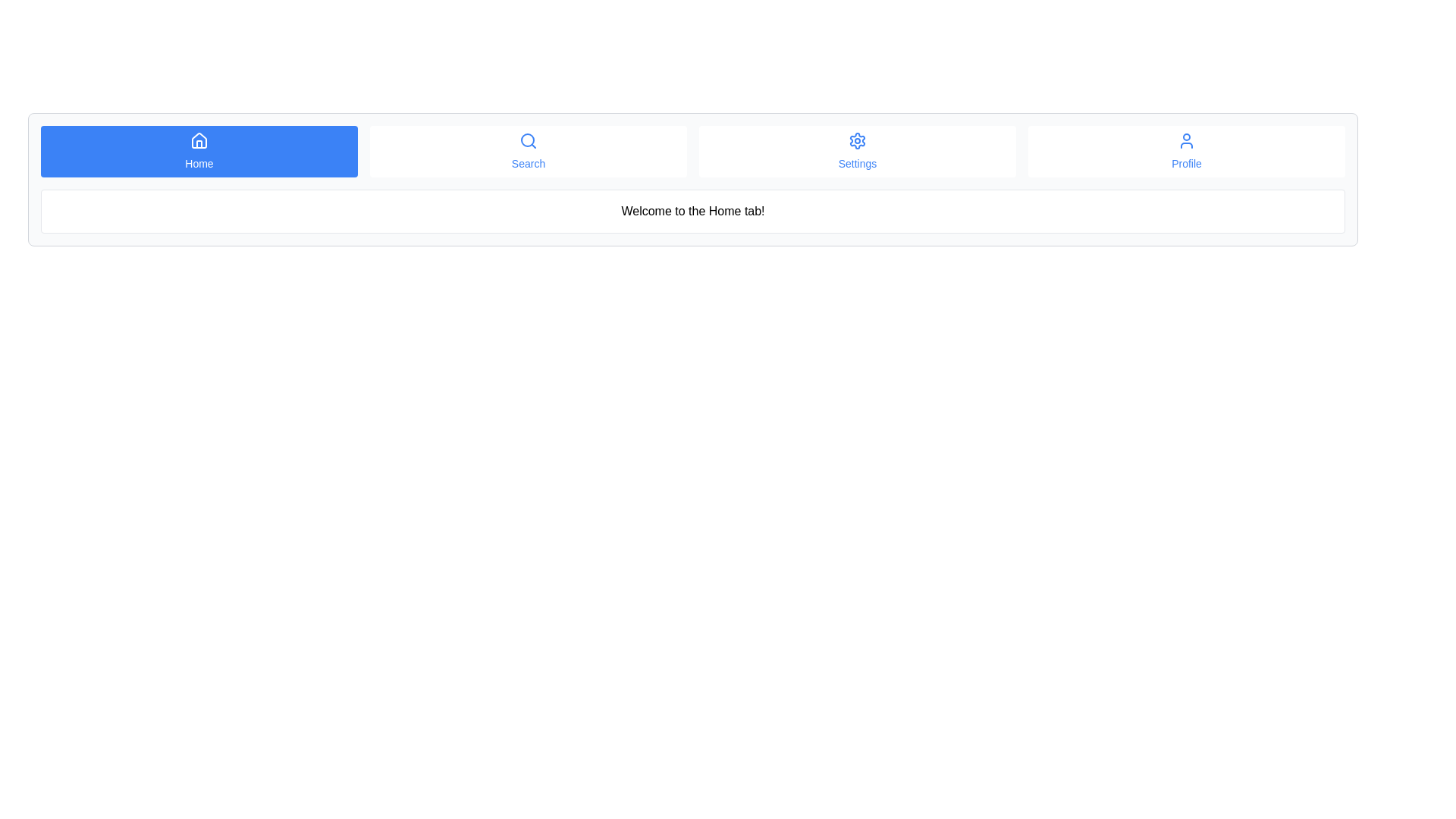  Describe the element at coordinates (199, 144) in the screenshot. I see `the door icon within the house graphic, which is located in the top-left 'Home' button of the main navigation bar` at that location.